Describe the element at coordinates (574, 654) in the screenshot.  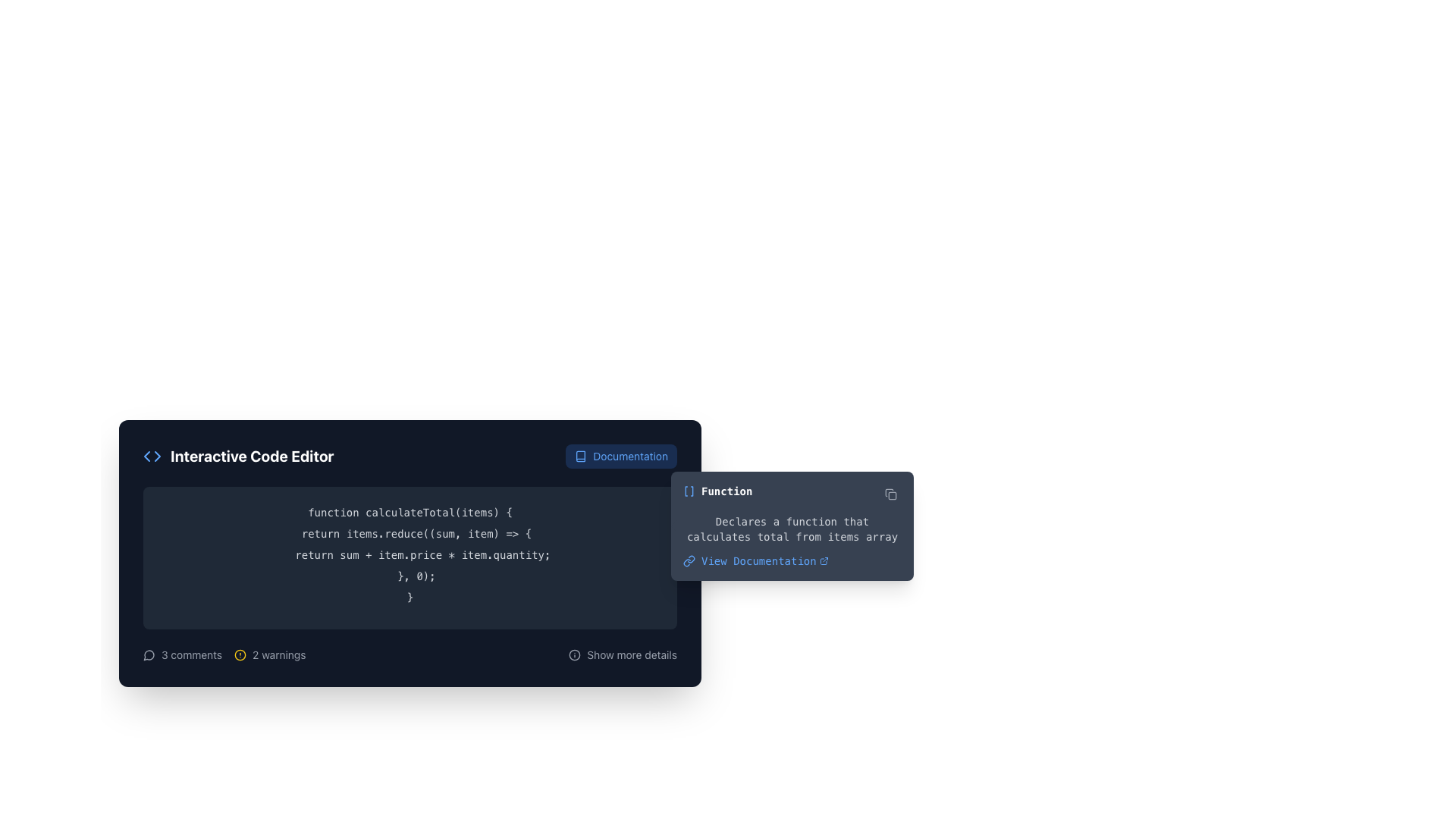
I see `the informational circular icon with an 'i' symbol, located at the left edge of the 'Show more details' link in the bottom-right section of the interface` at that location.